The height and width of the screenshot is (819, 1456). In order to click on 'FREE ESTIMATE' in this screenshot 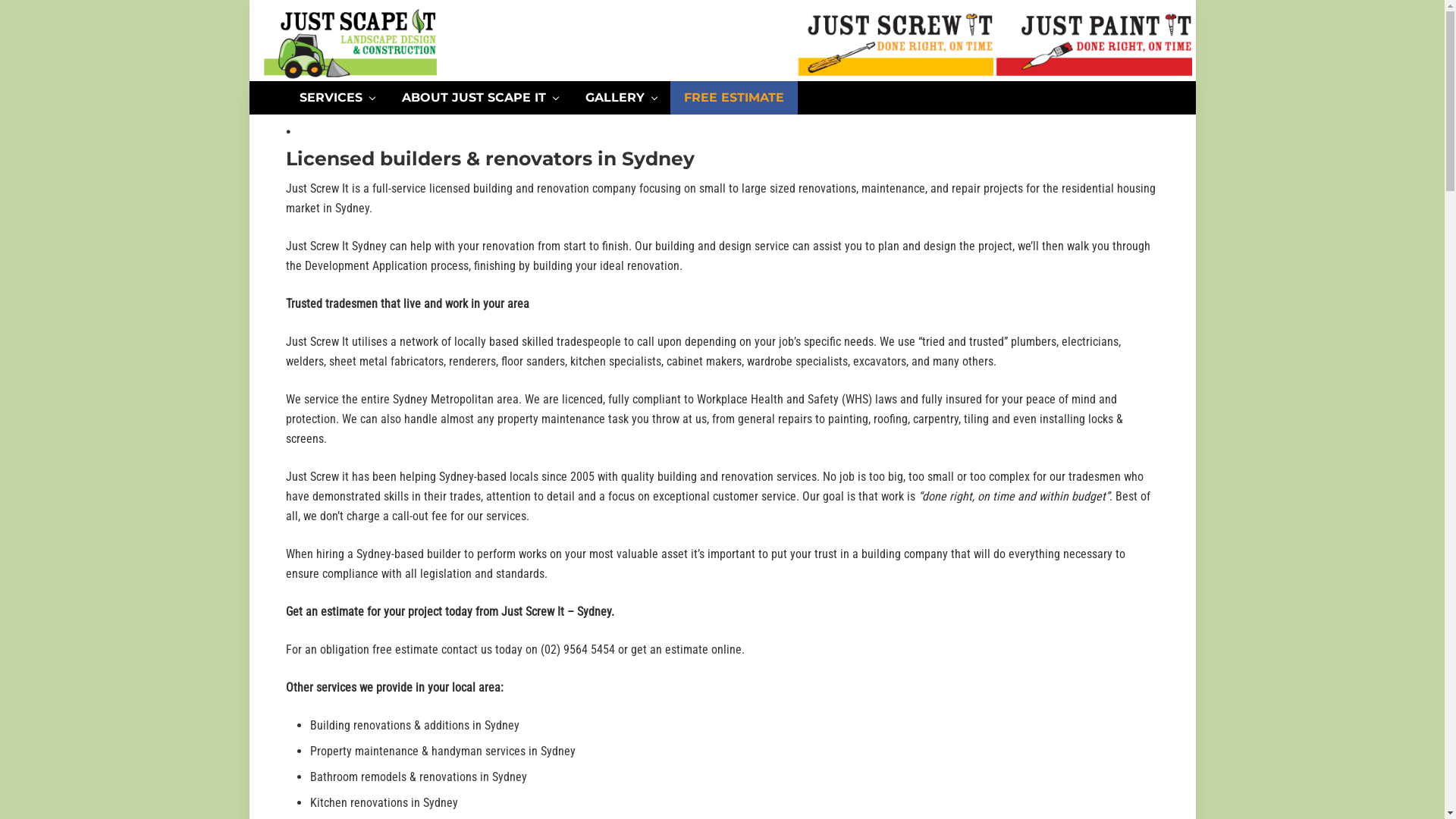, I will do `click(734, 97)`.